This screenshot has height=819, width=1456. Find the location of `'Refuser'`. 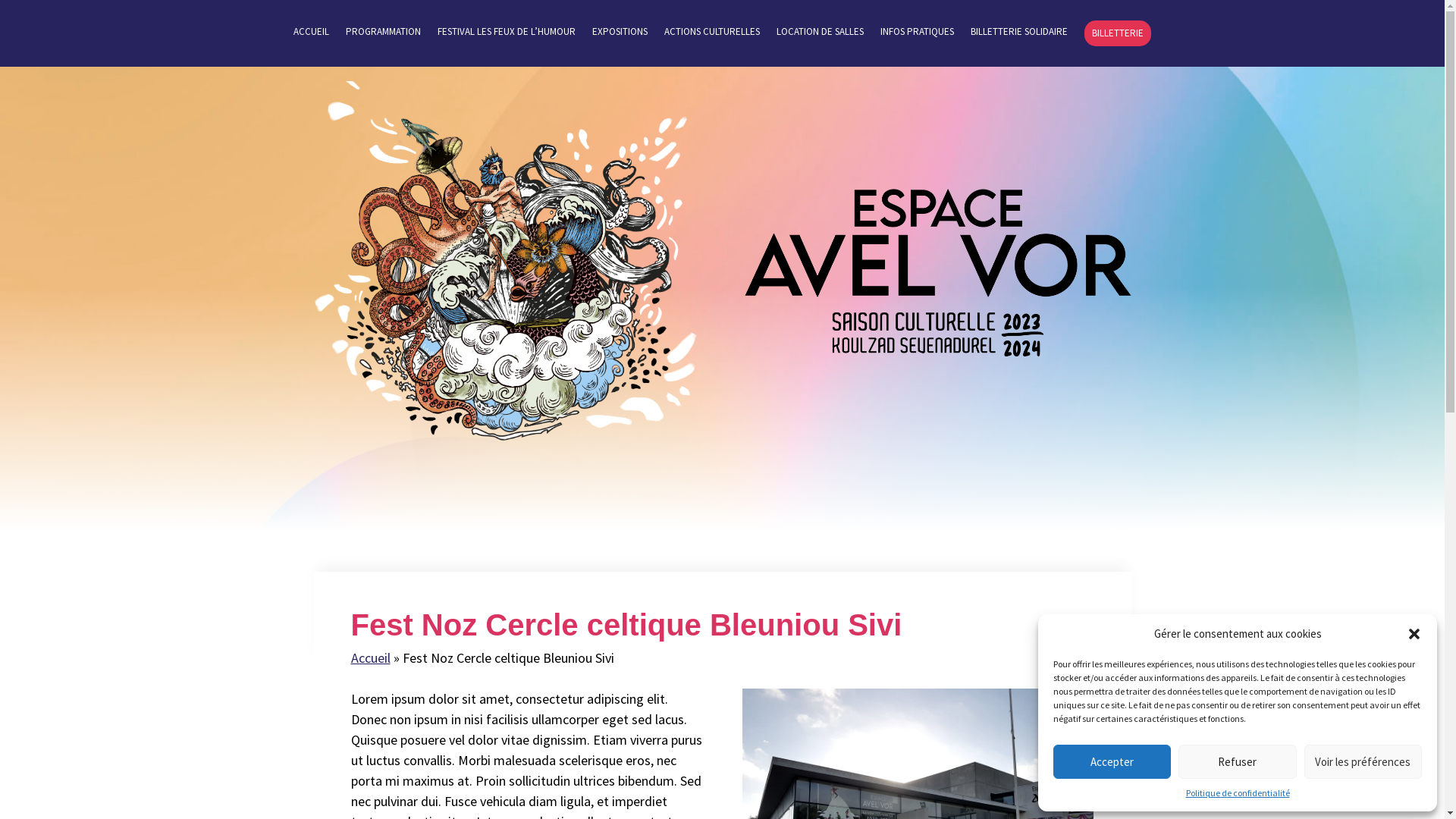

'Refuser' is located at coordinates (1237, 761).